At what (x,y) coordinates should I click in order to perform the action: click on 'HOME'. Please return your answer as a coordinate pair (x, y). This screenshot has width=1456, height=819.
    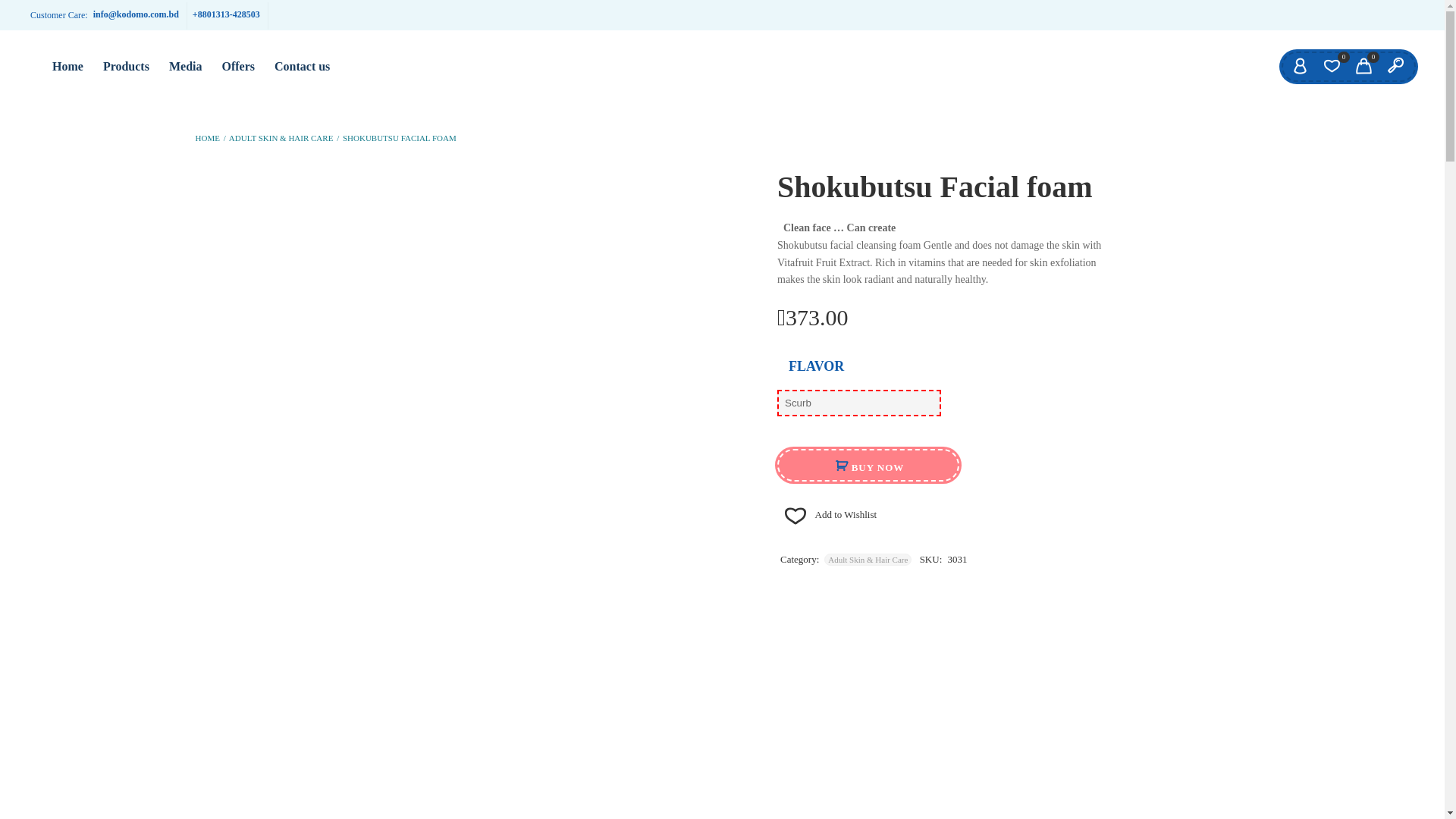
    Looking at the image, I should click on (206, 137).